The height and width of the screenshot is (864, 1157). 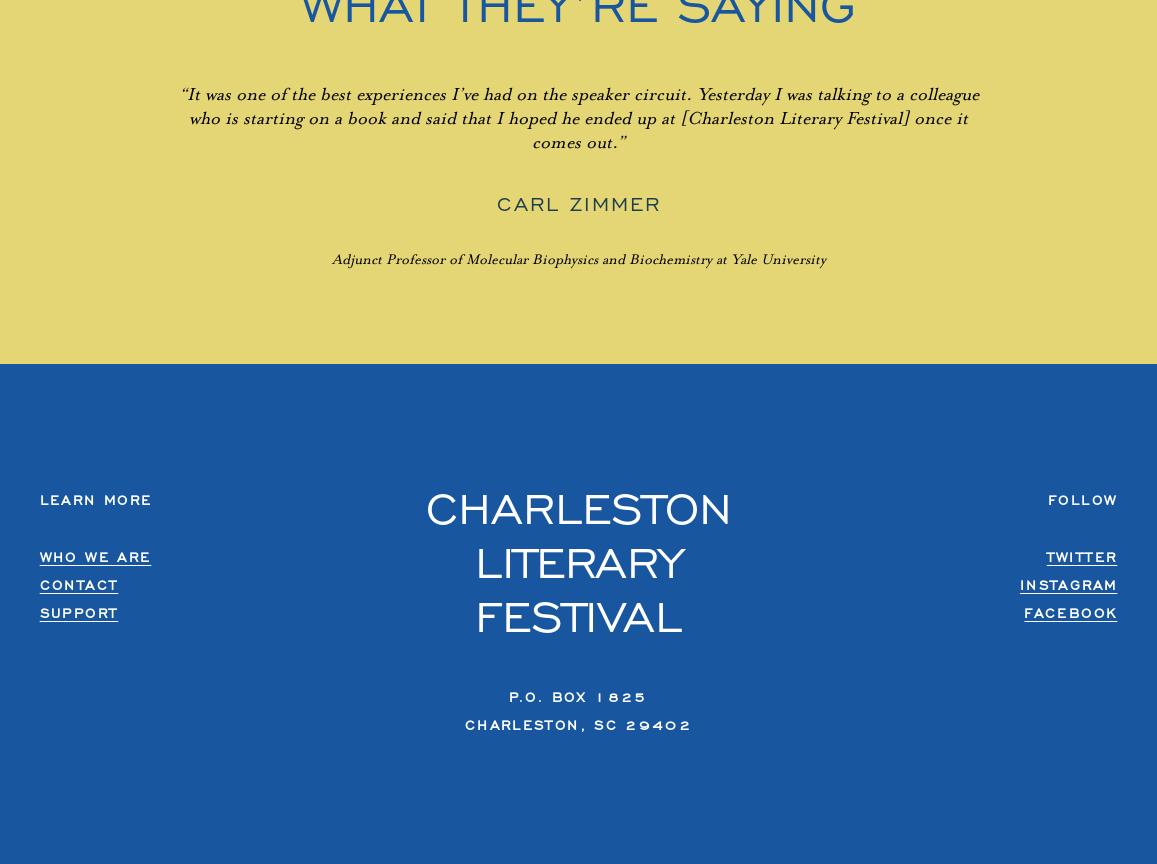 What do you see at coordinates (78, 611) in the screenshot?
I see `'Support'` at bounding box center [78, 611].